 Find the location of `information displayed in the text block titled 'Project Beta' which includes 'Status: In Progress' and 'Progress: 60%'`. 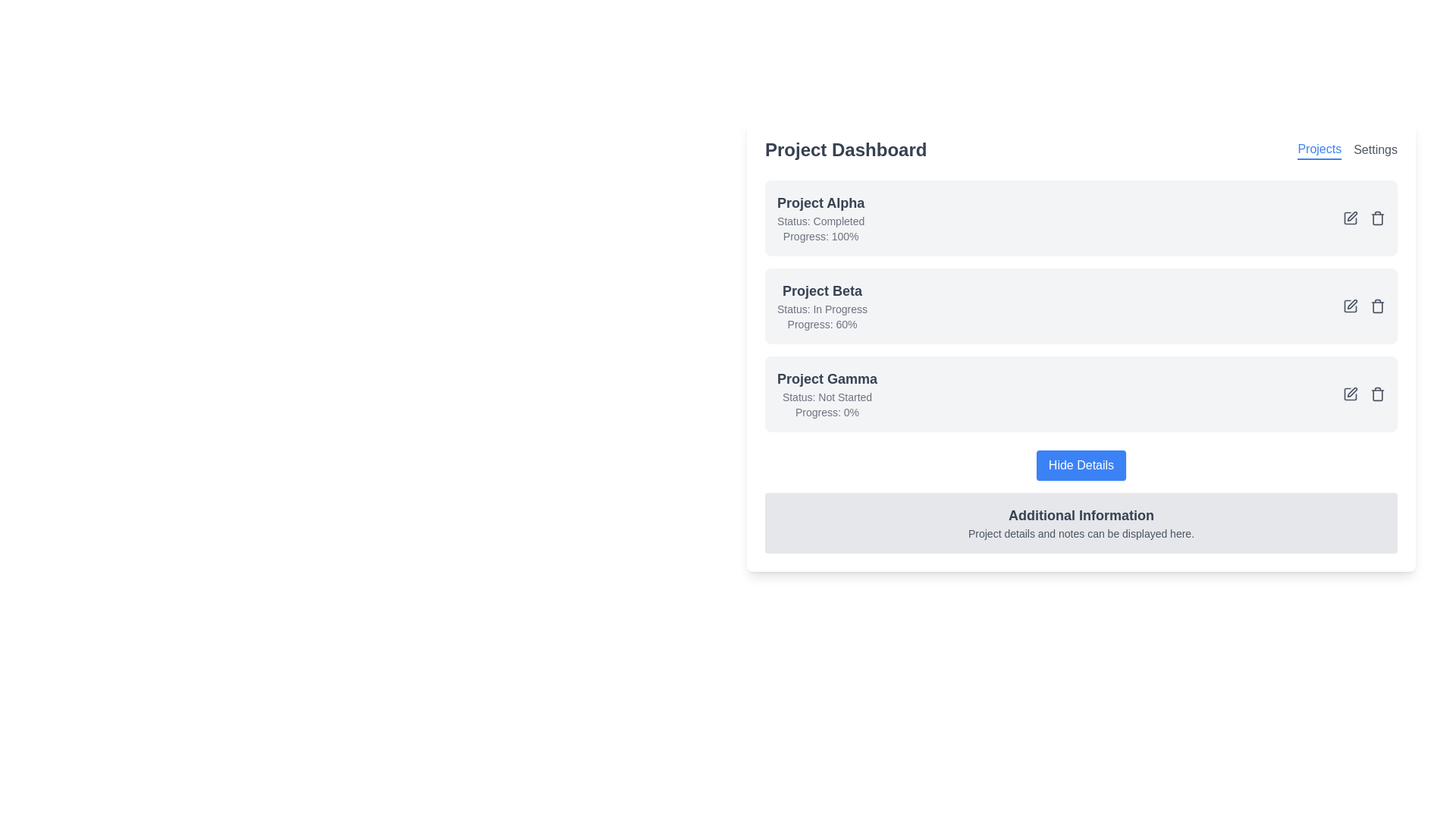

information displayed in the text block titled 'Project Beta' which includes 'Status: In Progress' and 'Progress: 60%' is located at coordinates (821, 306).